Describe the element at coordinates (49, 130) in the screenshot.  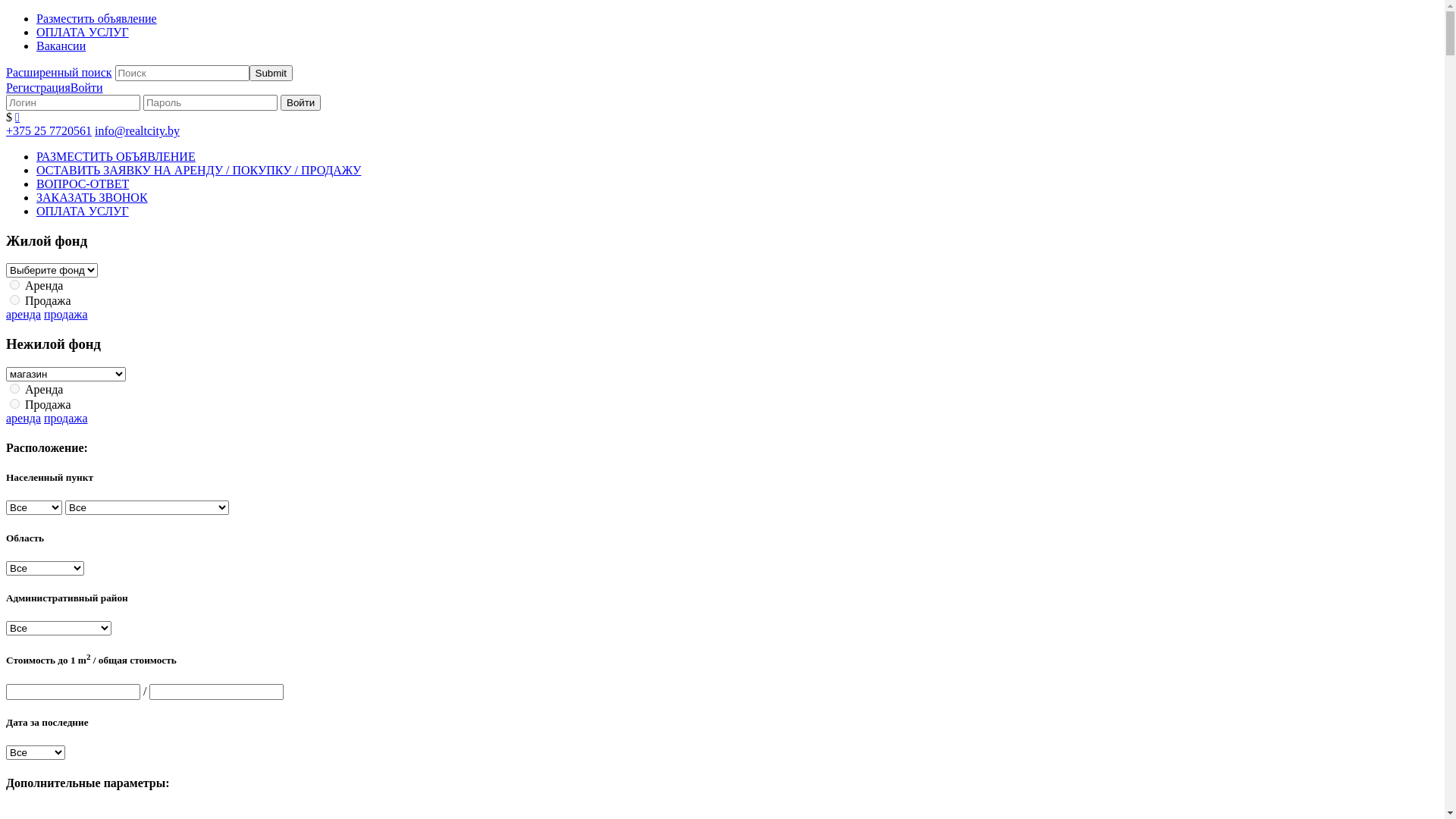
I see `'+375 25 7720561'` at that location.